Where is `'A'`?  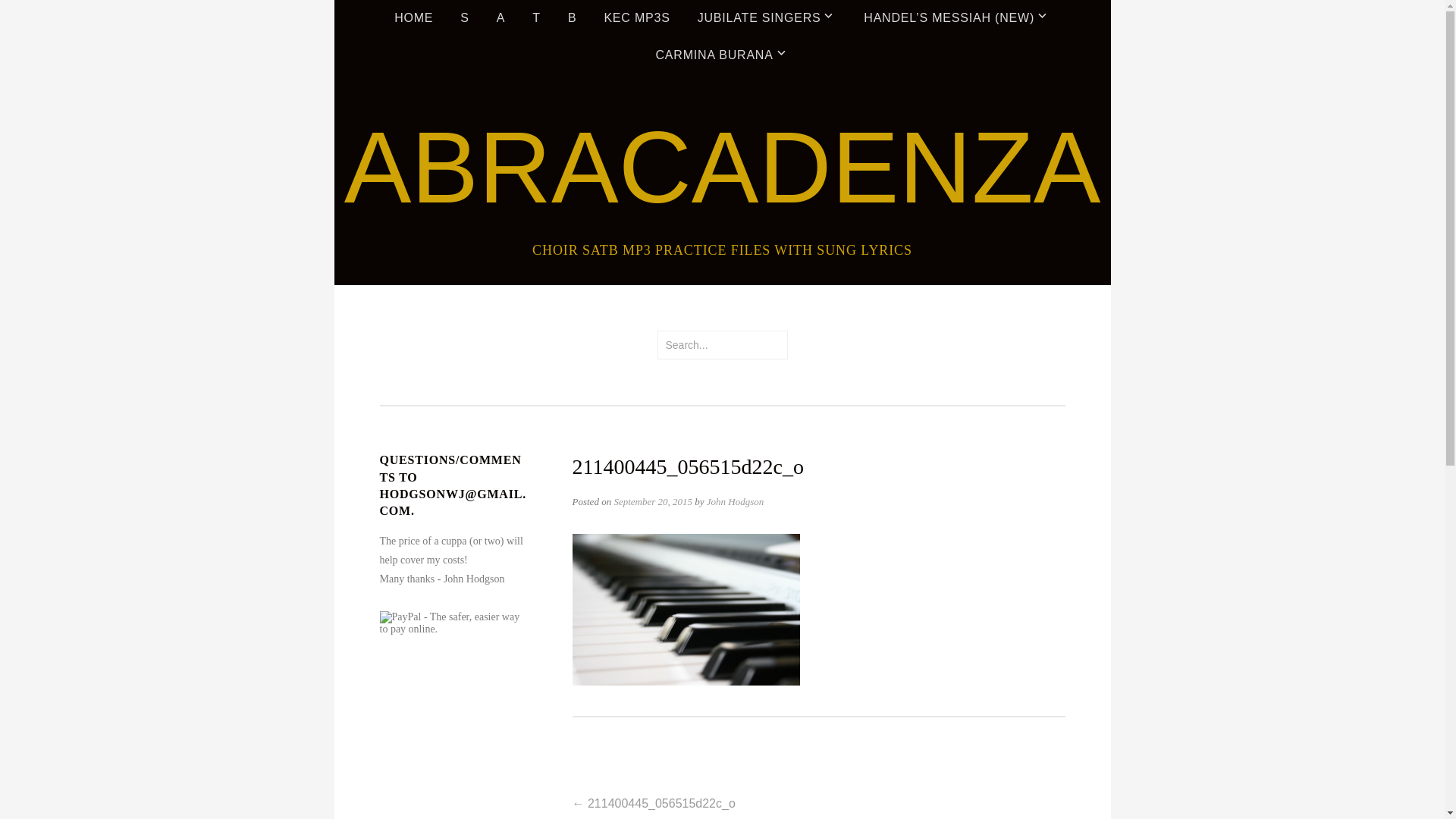
'A' is located at coordinates (500, 18).